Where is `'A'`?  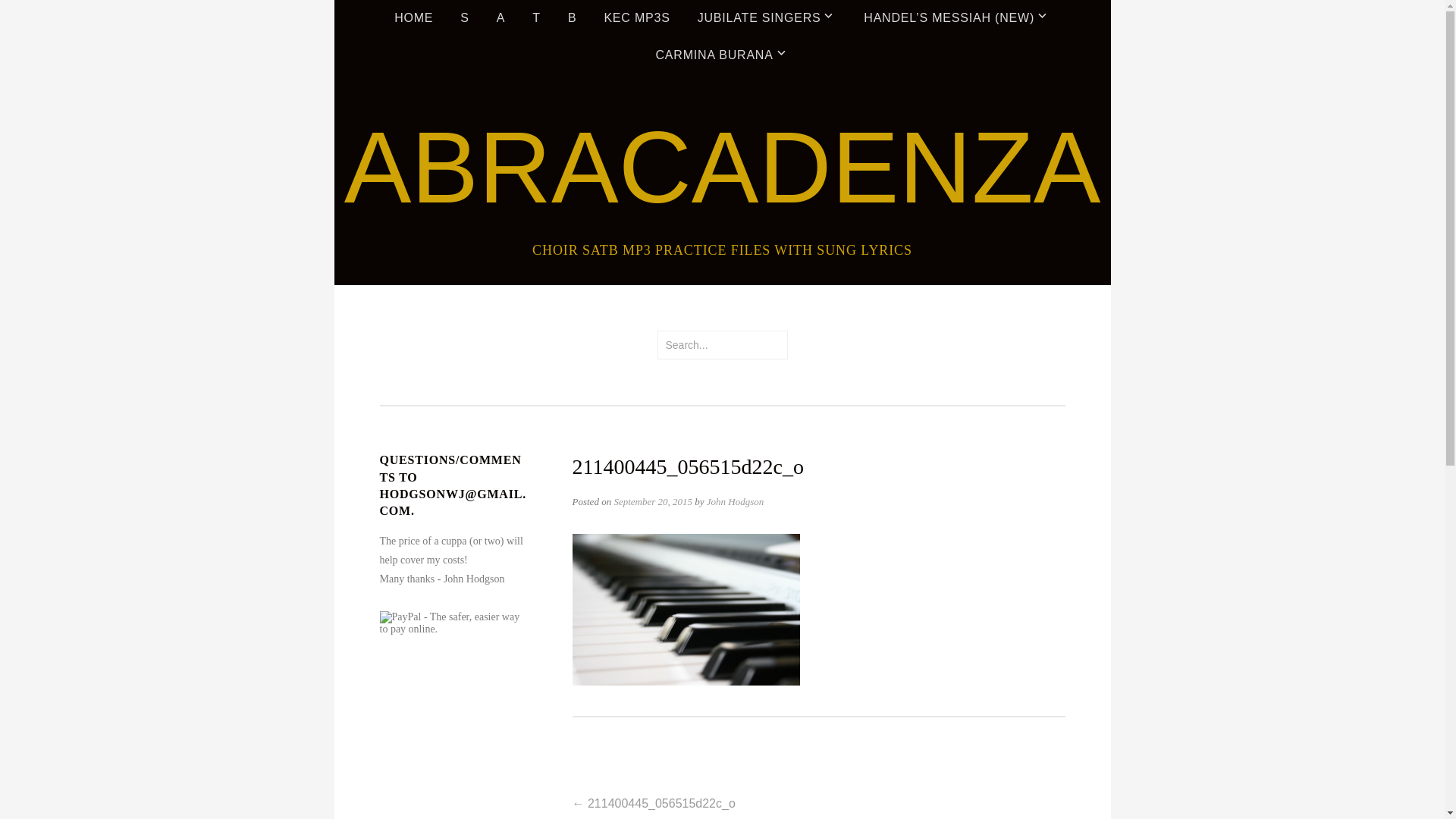
'A' is located at coordinates (500, 18).